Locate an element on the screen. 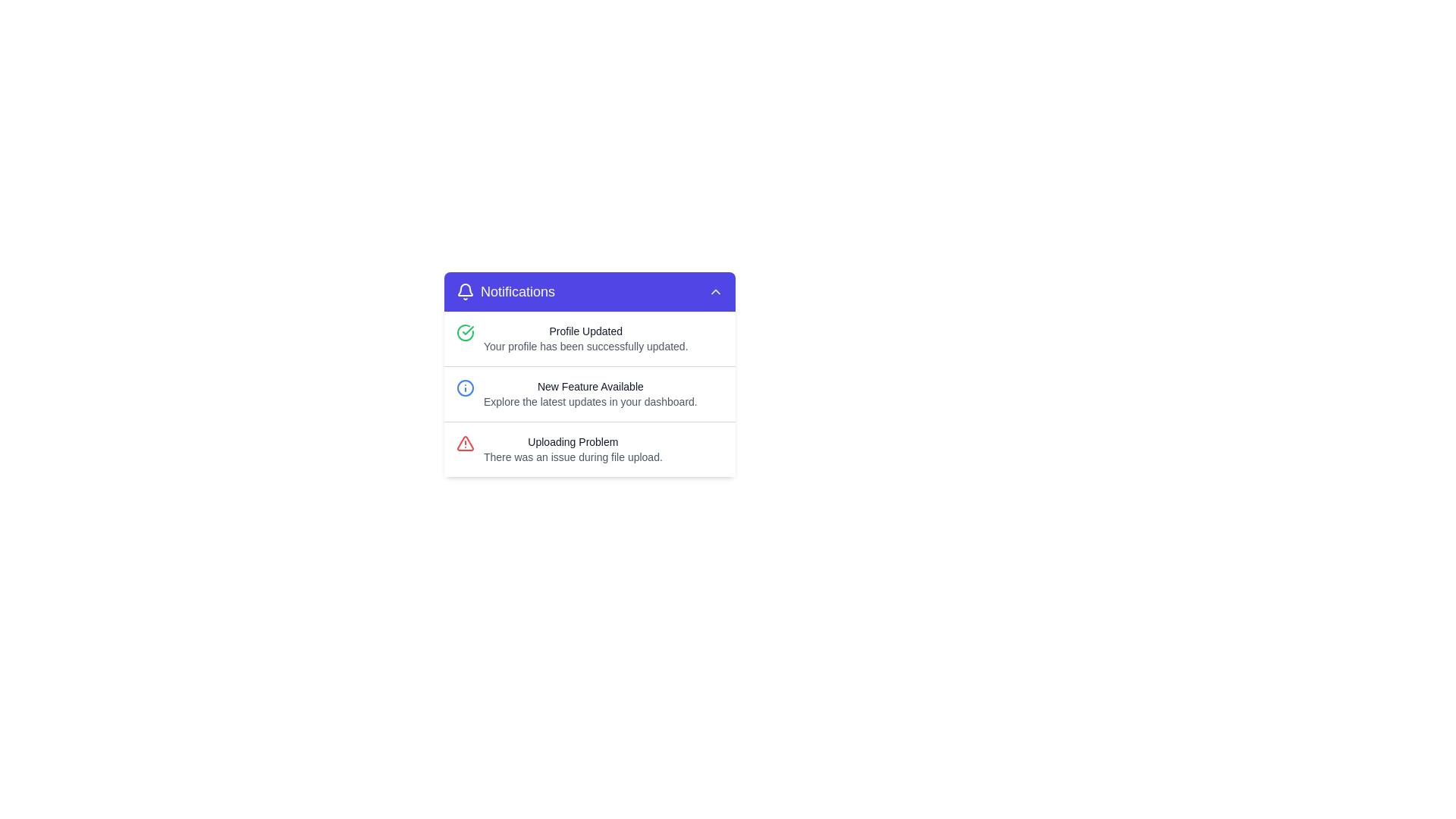  the appearance of the Success Icon located at the top-left corner of the first notification, which indicates a successful profile update operation is located at coordinates (465, 332).